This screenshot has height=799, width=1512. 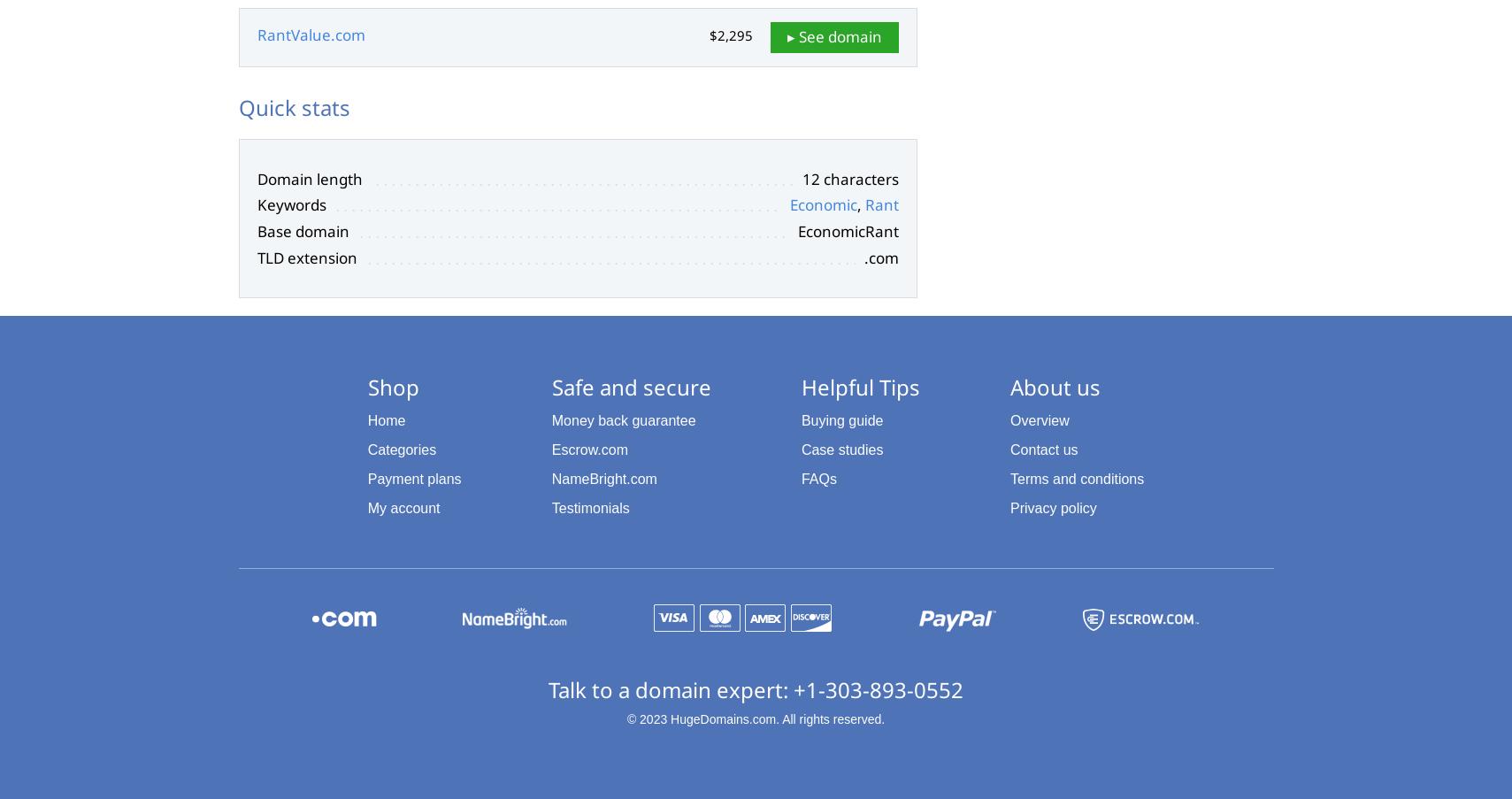 I want to click on 'Talk to a domain expert:', so click(x=670, y=688).